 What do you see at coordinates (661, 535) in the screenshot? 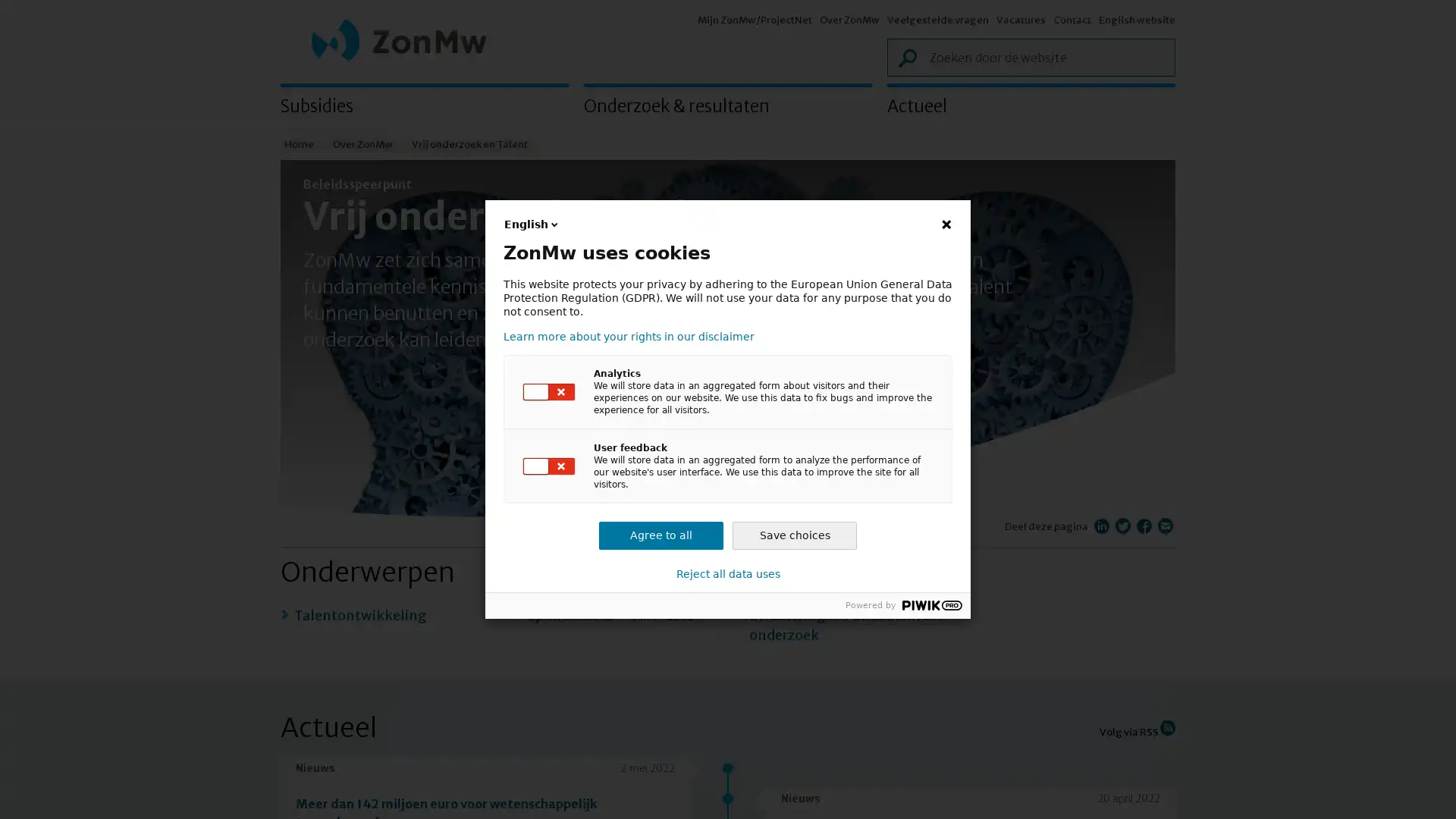
I see `Agree to all` at bounding box center [661, 535].